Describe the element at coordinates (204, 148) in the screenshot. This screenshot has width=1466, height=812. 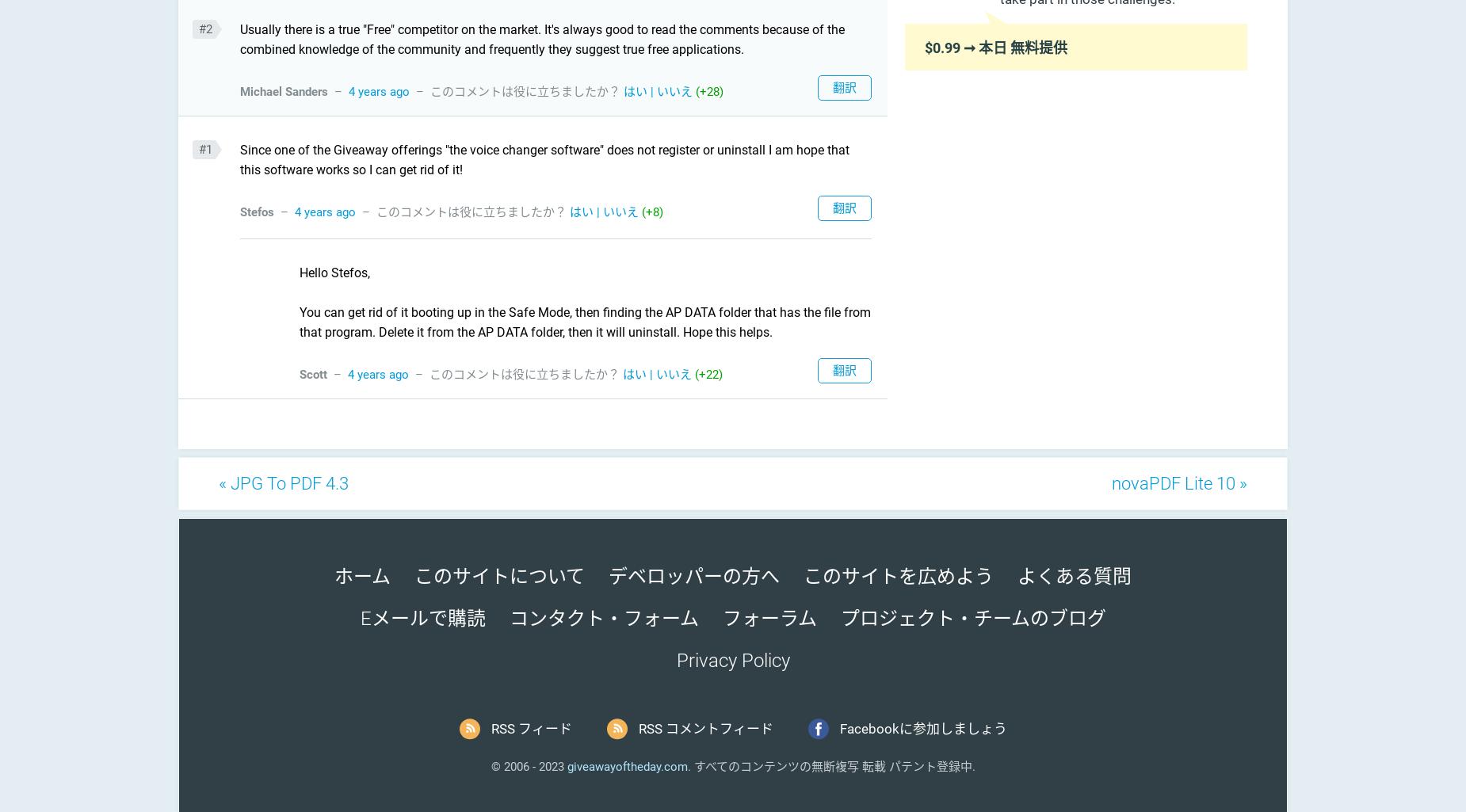
I see `'#1'` at that location.